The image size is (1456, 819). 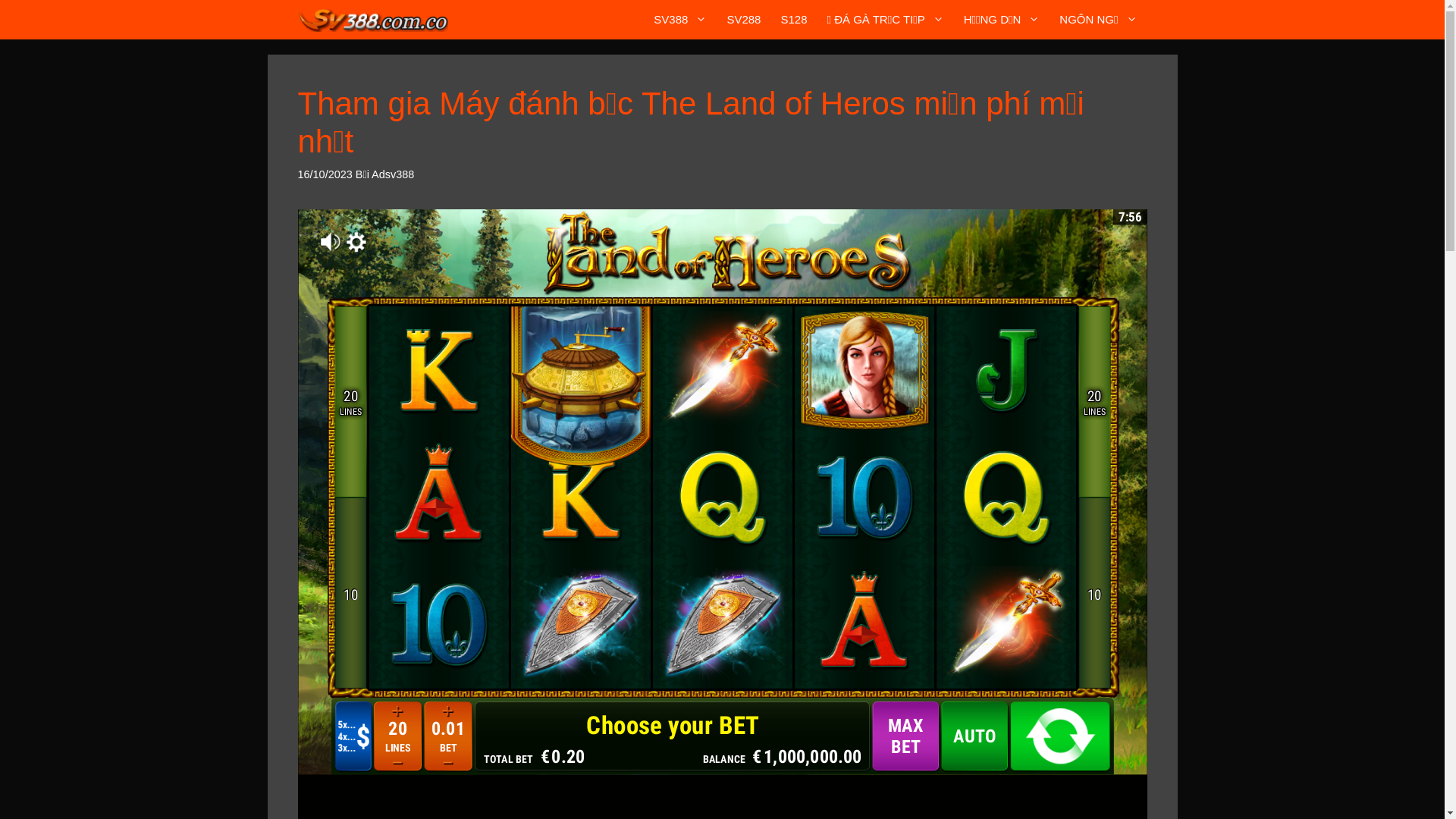 I want to click on 'S128', so click(x=792, y=20).